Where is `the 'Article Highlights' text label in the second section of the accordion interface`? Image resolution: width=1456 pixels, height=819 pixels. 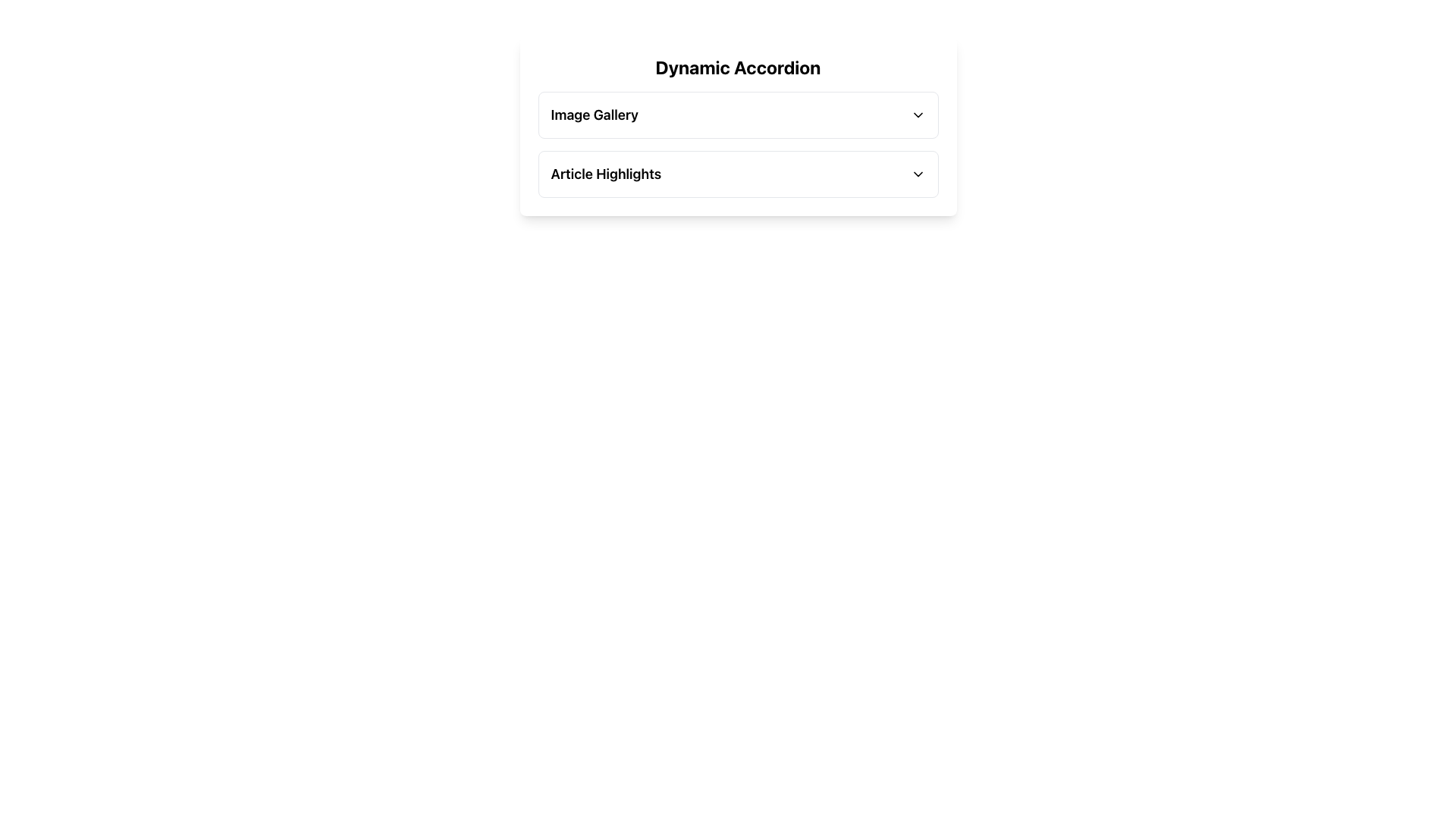 the 'Article Highlights' text label in the second section of the accordion interface is located at coordinates (605, 174).